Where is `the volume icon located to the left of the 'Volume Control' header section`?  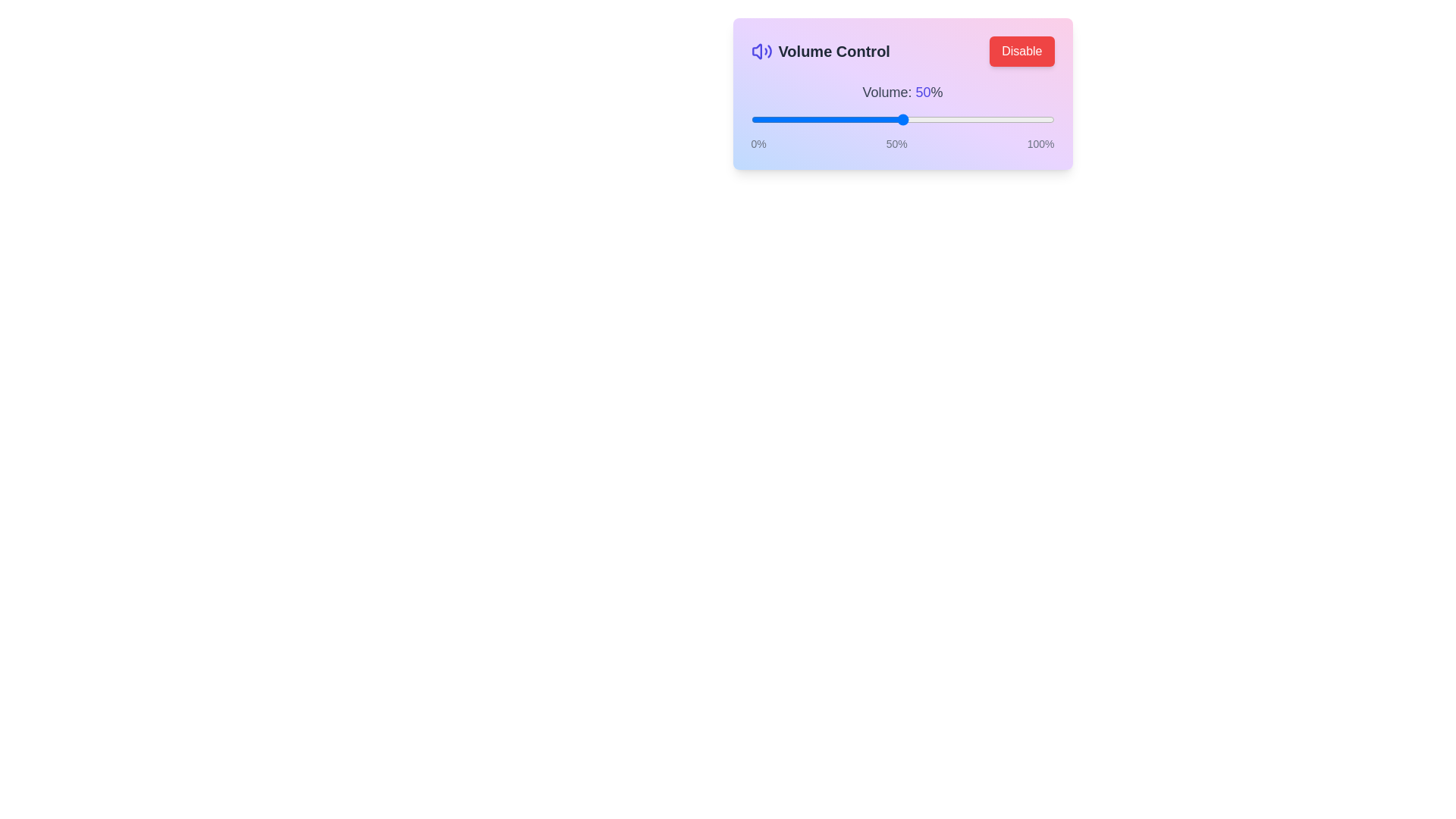
the volume icon located to the left of the 'Volume Control' header section is located at coordinates (761, 51).